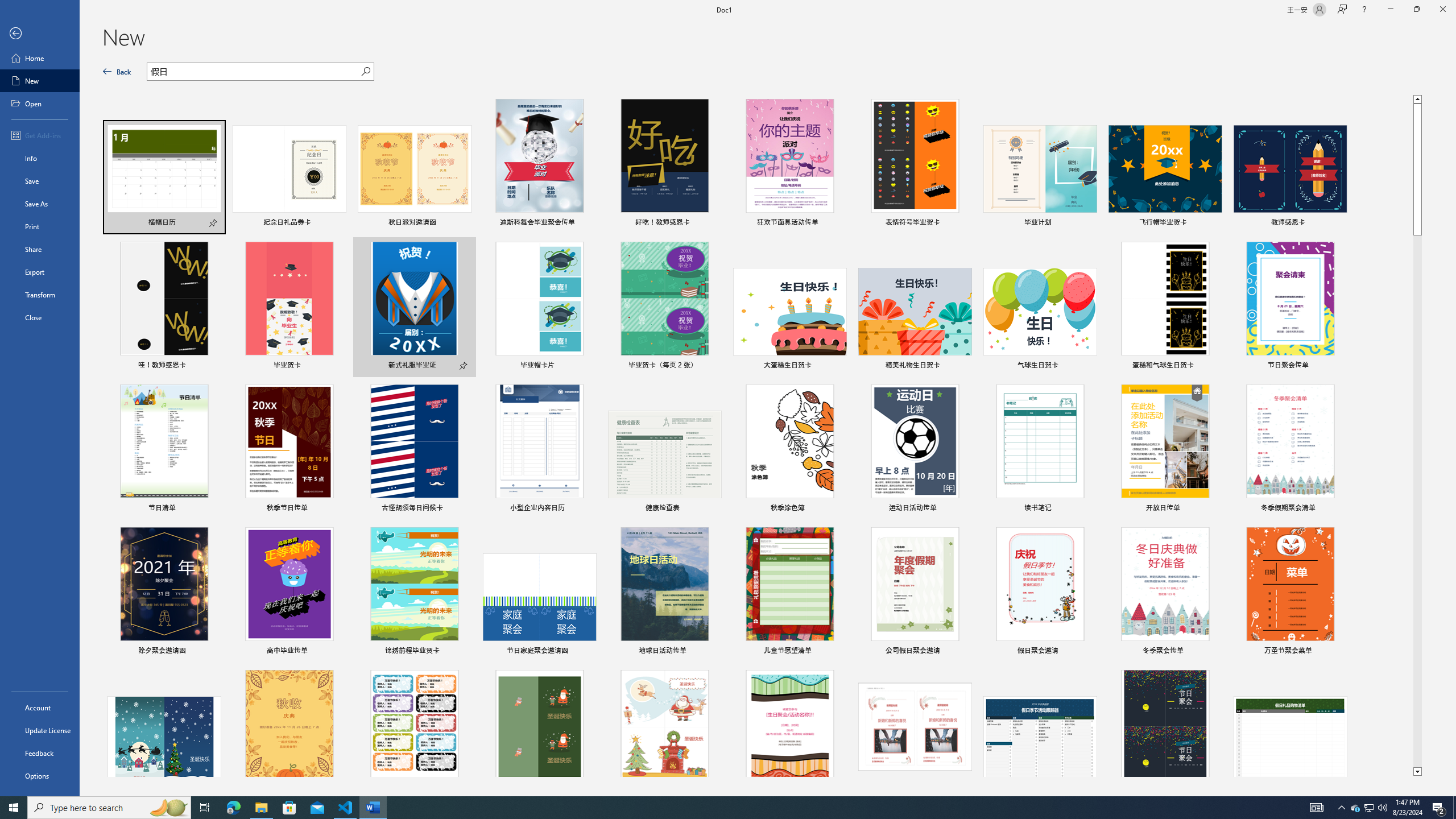  What do you see at coordinates (39, 294) in the screenshot?
I see `'Transform'` at bounding box center [39, 294].